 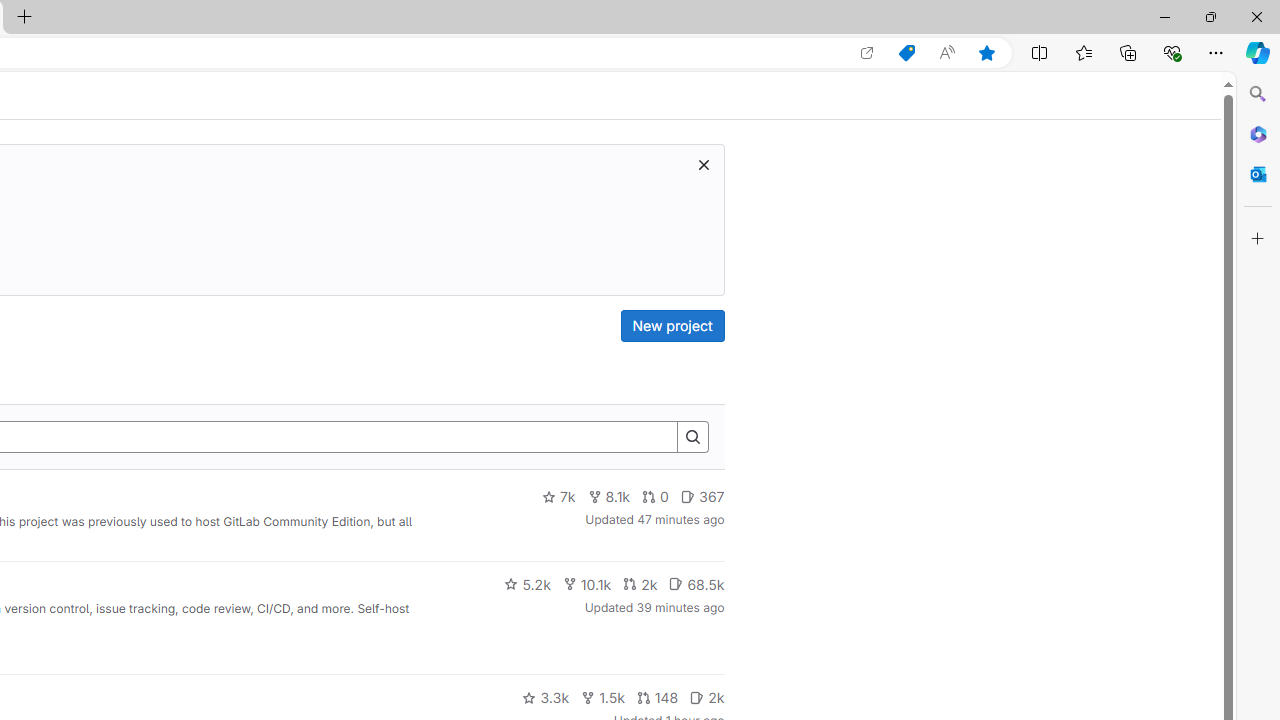 I want to click on '148', so click(x=657, y=697).